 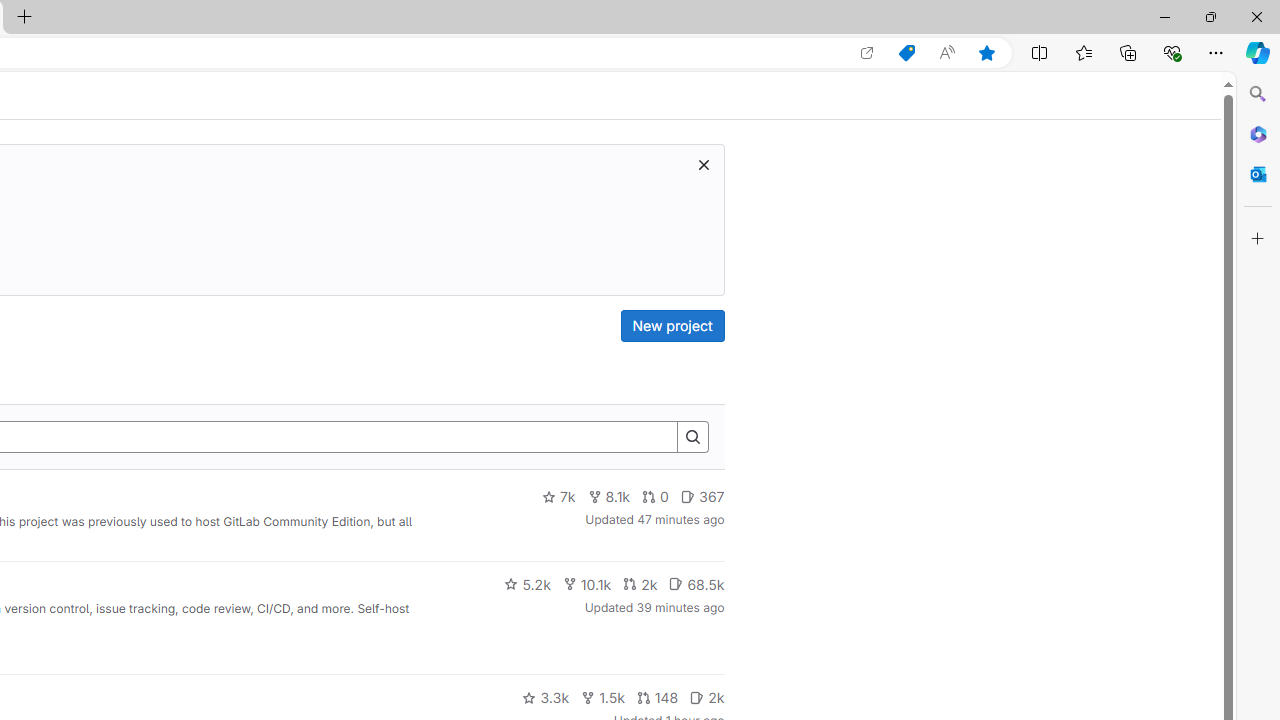 I want to click on '148', so click(x=657, y=697).